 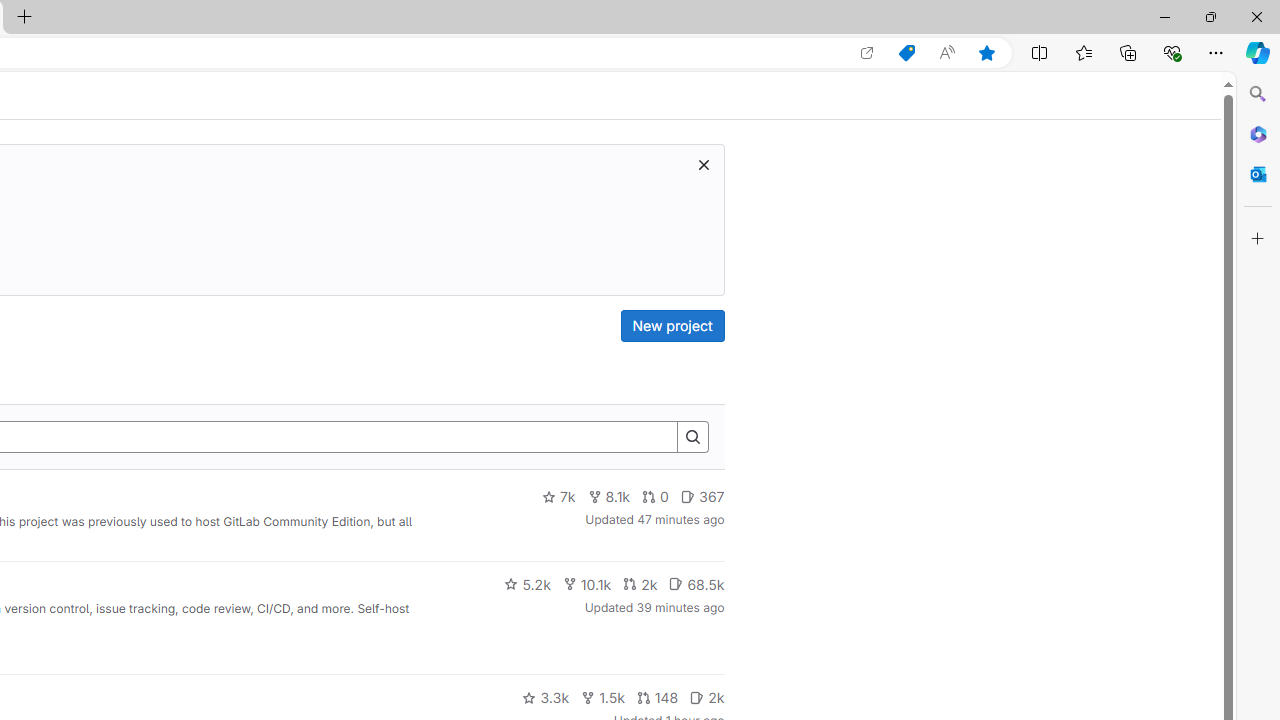 I want to click on '148', so click(x=657, y=697).